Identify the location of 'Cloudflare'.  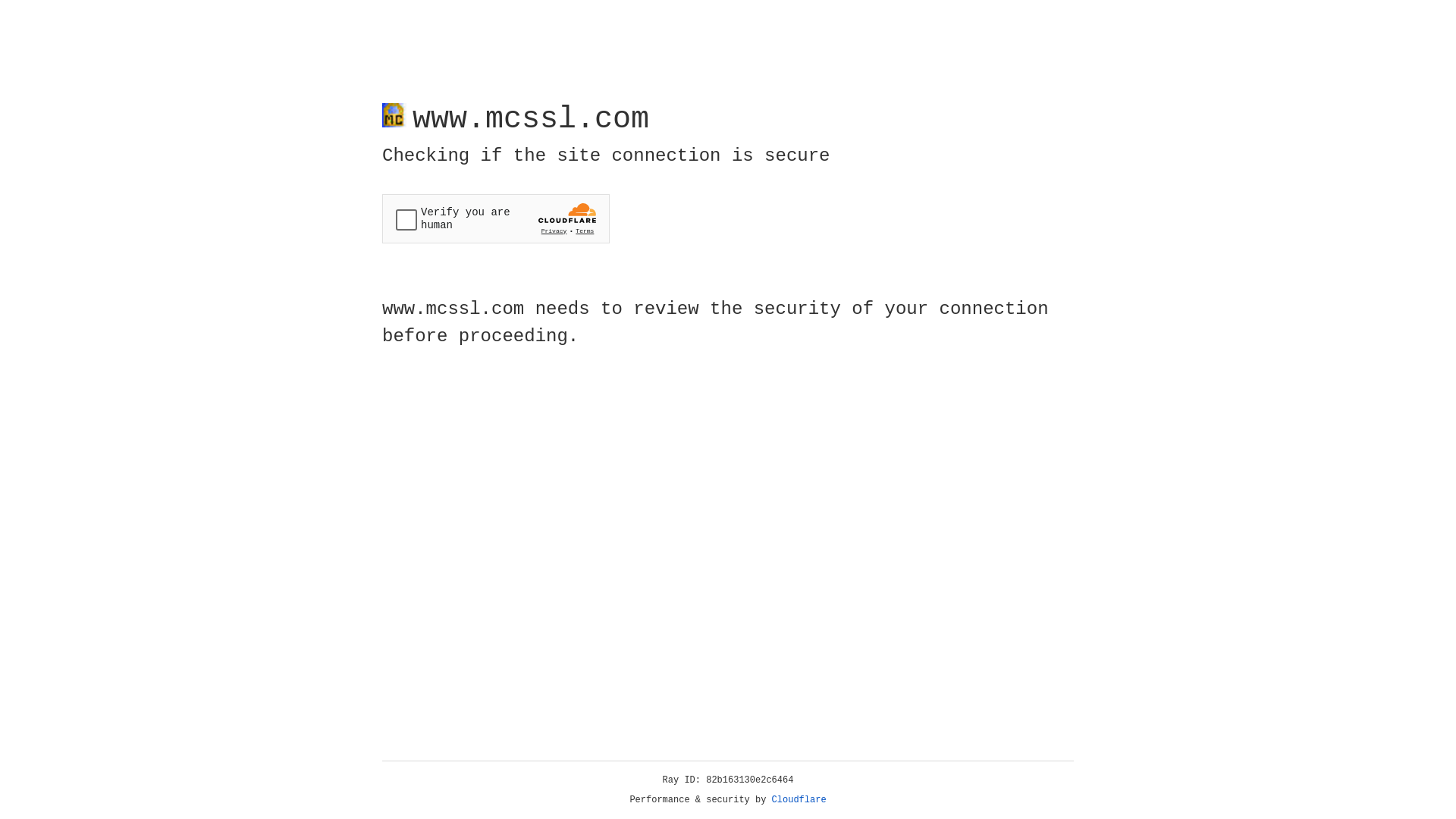
(799, 799).